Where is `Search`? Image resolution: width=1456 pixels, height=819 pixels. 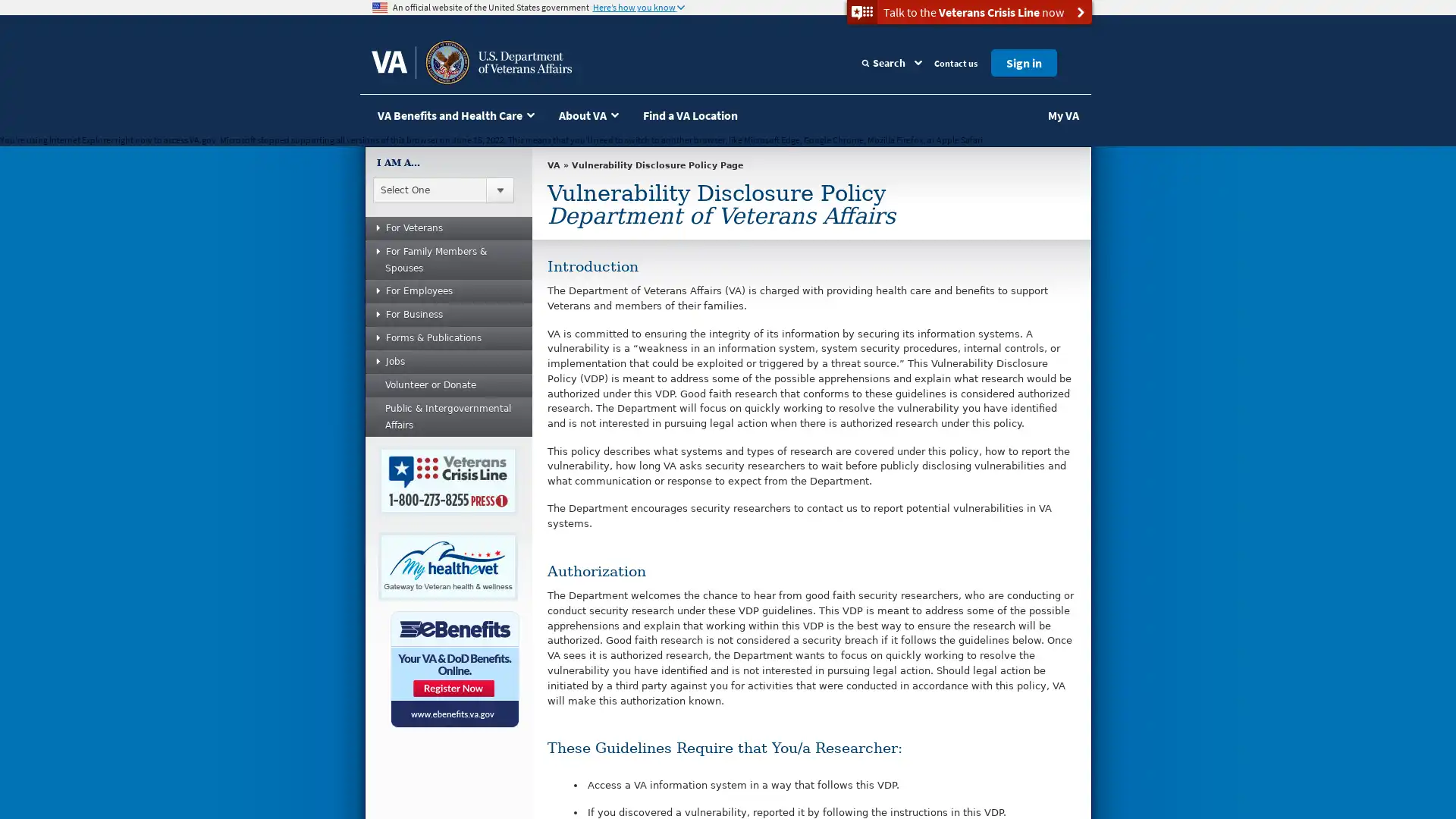
Search is located at coordinates (890, 61).